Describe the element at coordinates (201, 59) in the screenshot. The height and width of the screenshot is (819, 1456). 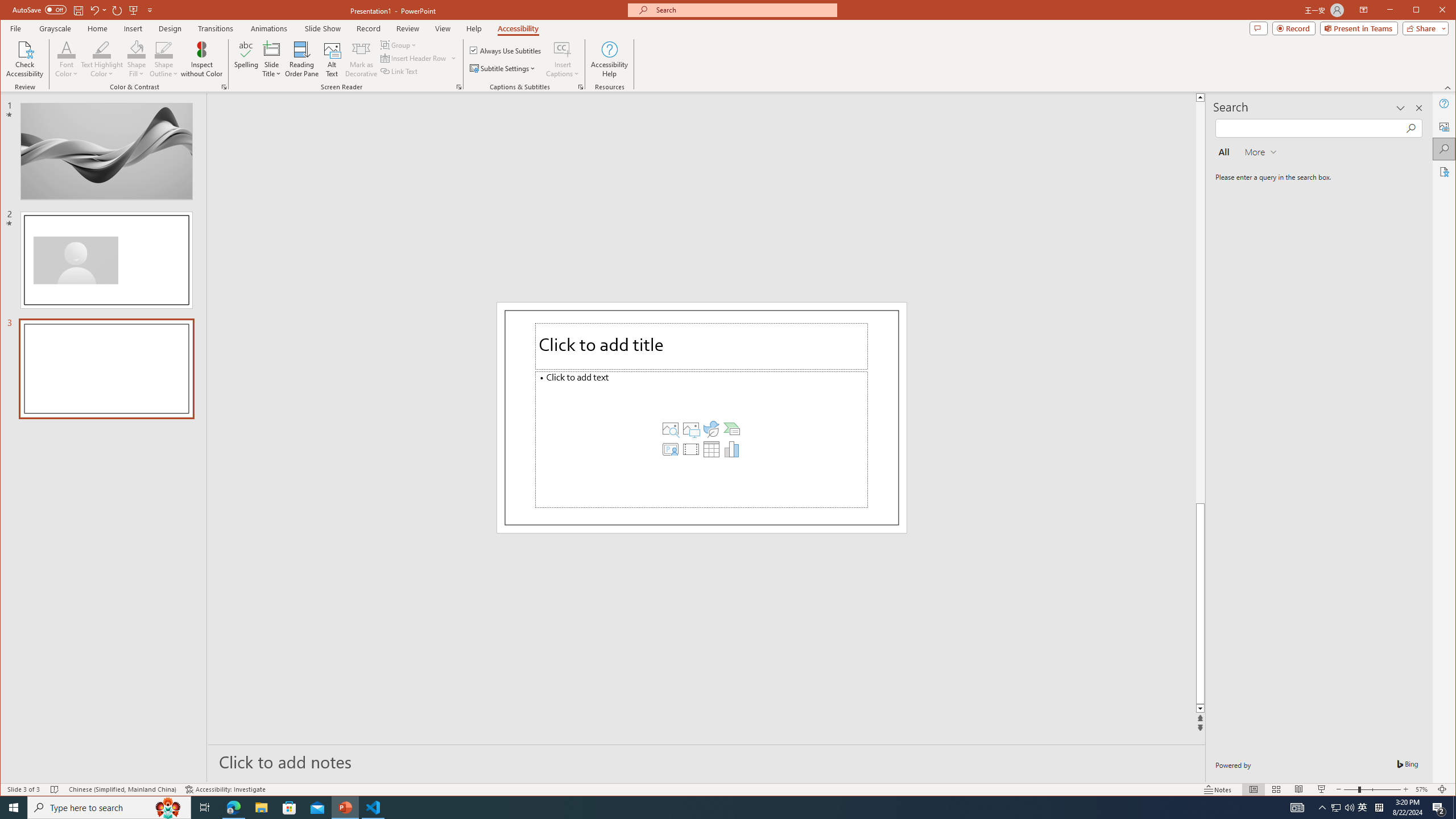
I see `'Inspect without Color'` at that location.